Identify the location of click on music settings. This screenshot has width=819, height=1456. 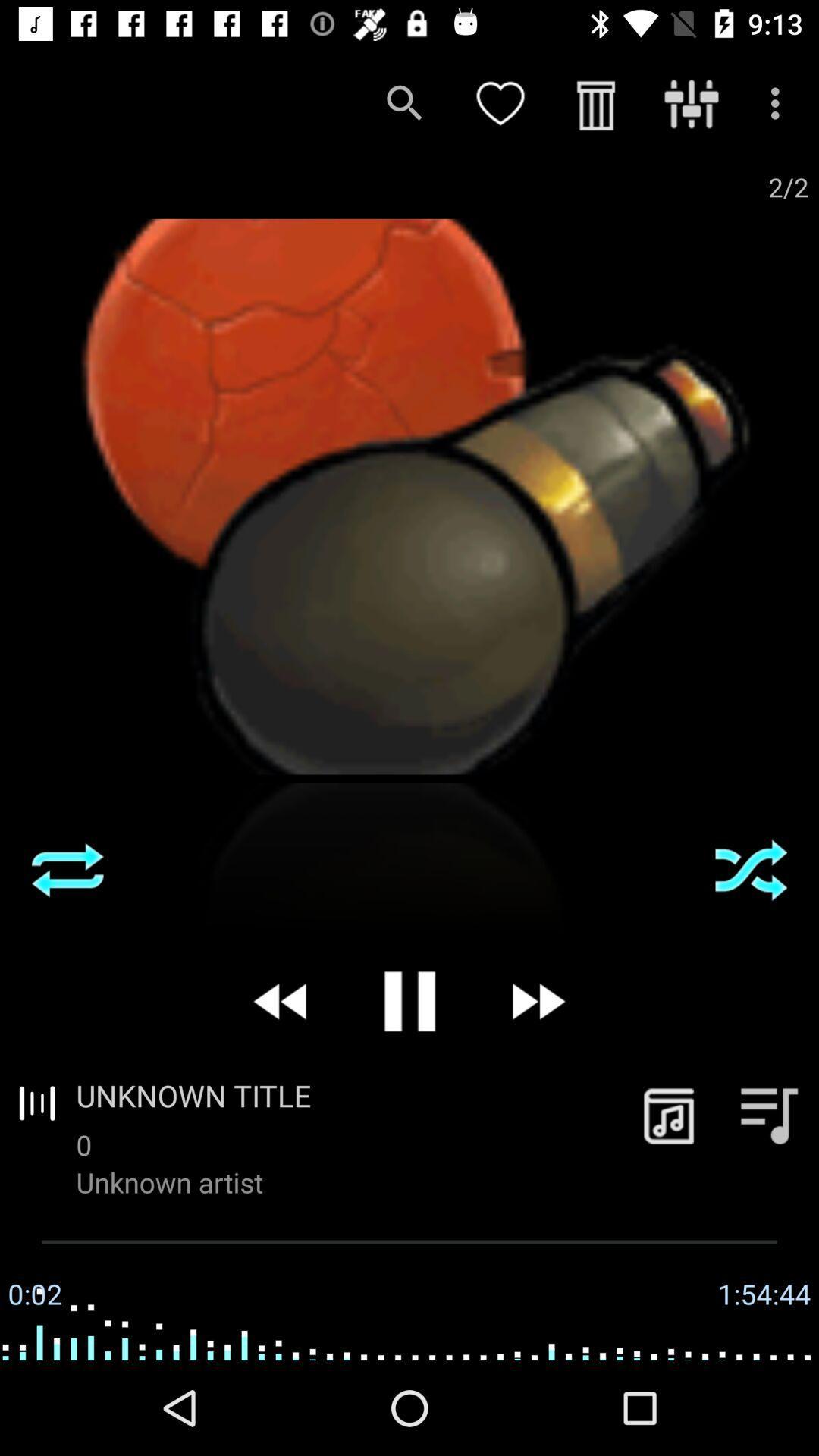
(769, 1115).